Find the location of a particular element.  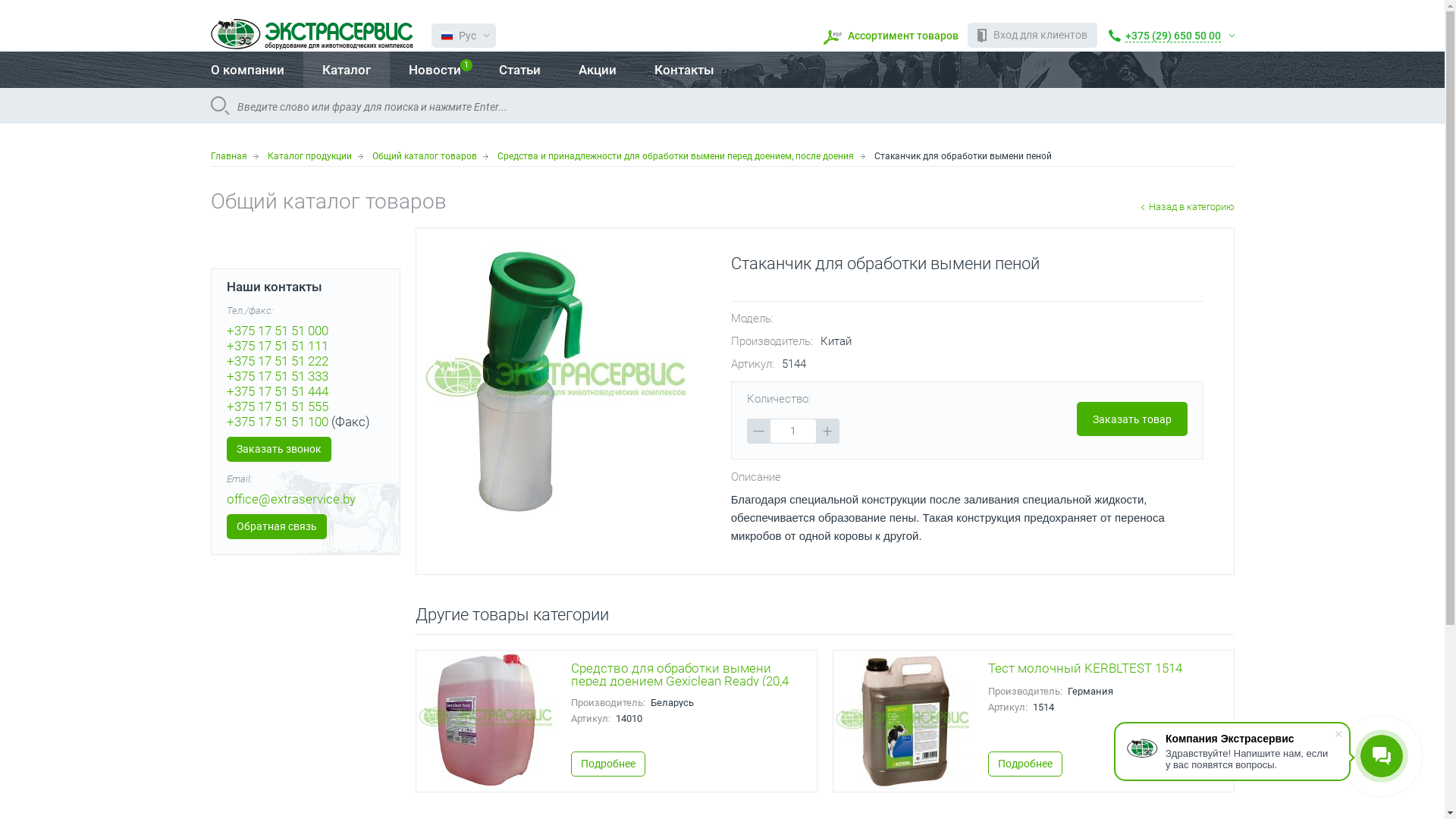

'+375 17 51 51 111' is located at coordinates (276, 345).